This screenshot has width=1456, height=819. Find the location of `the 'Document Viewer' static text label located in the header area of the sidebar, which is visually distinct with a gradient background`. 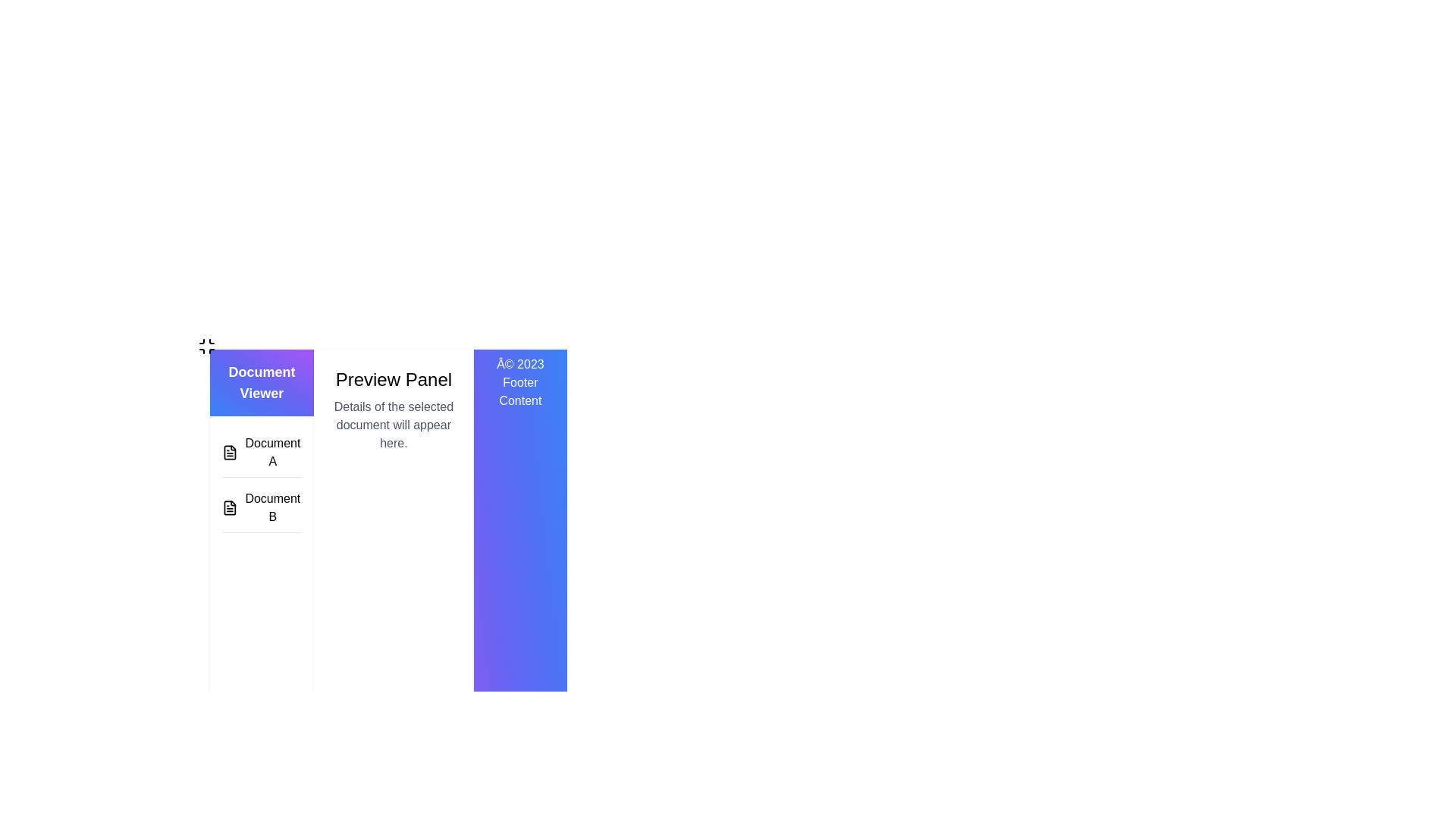

the 'Document Viewer' static text label located in the header area of the sidebar, which is visually distinct with a gradient background is located at coordinates (262, 382).